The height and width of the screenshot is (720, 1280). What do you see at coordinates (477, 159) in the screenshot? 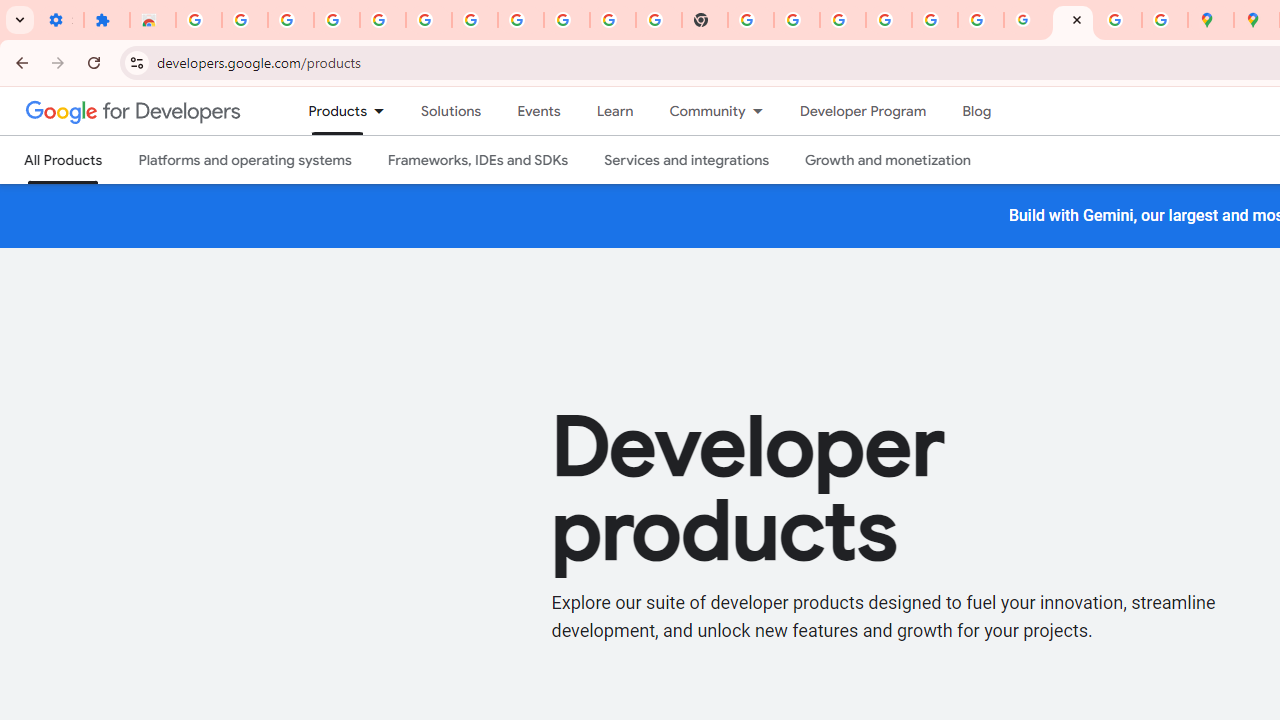
I see `'Frameworks, IDEs and SDKs'` at bounding box center [477, 159].